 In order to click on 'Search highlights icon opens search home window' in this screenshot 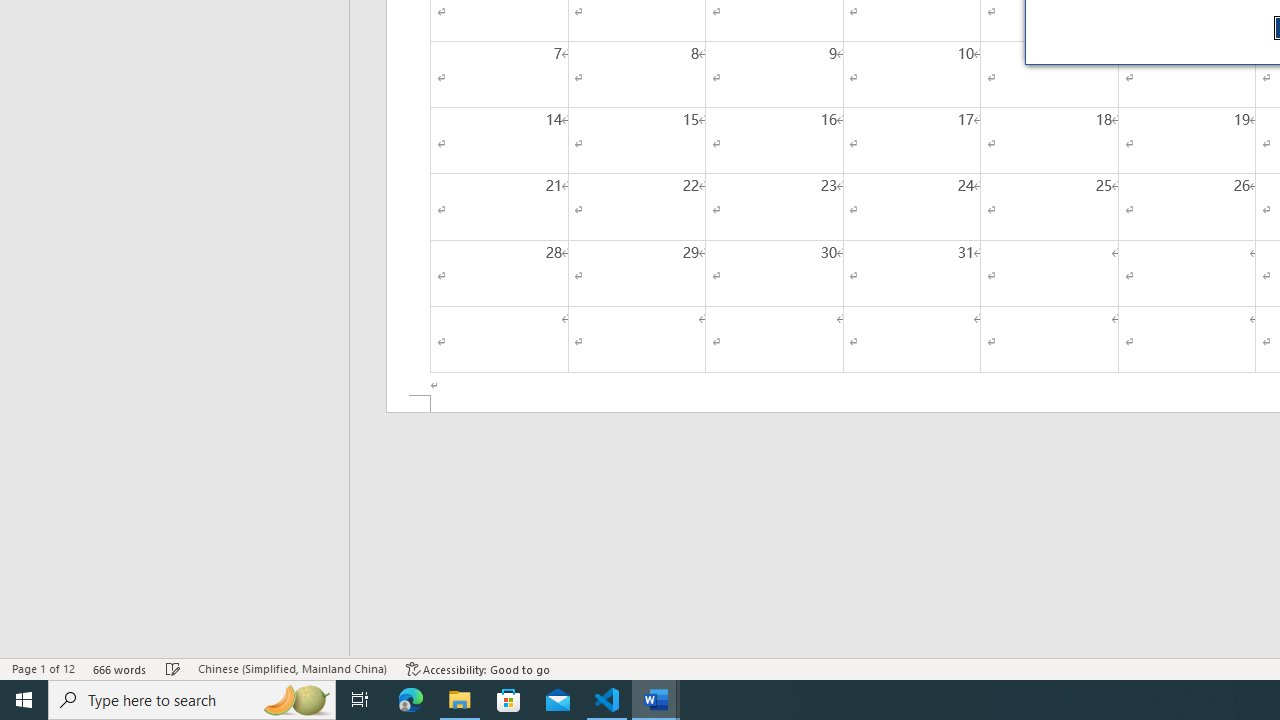, I will do `click(294, 698)`.